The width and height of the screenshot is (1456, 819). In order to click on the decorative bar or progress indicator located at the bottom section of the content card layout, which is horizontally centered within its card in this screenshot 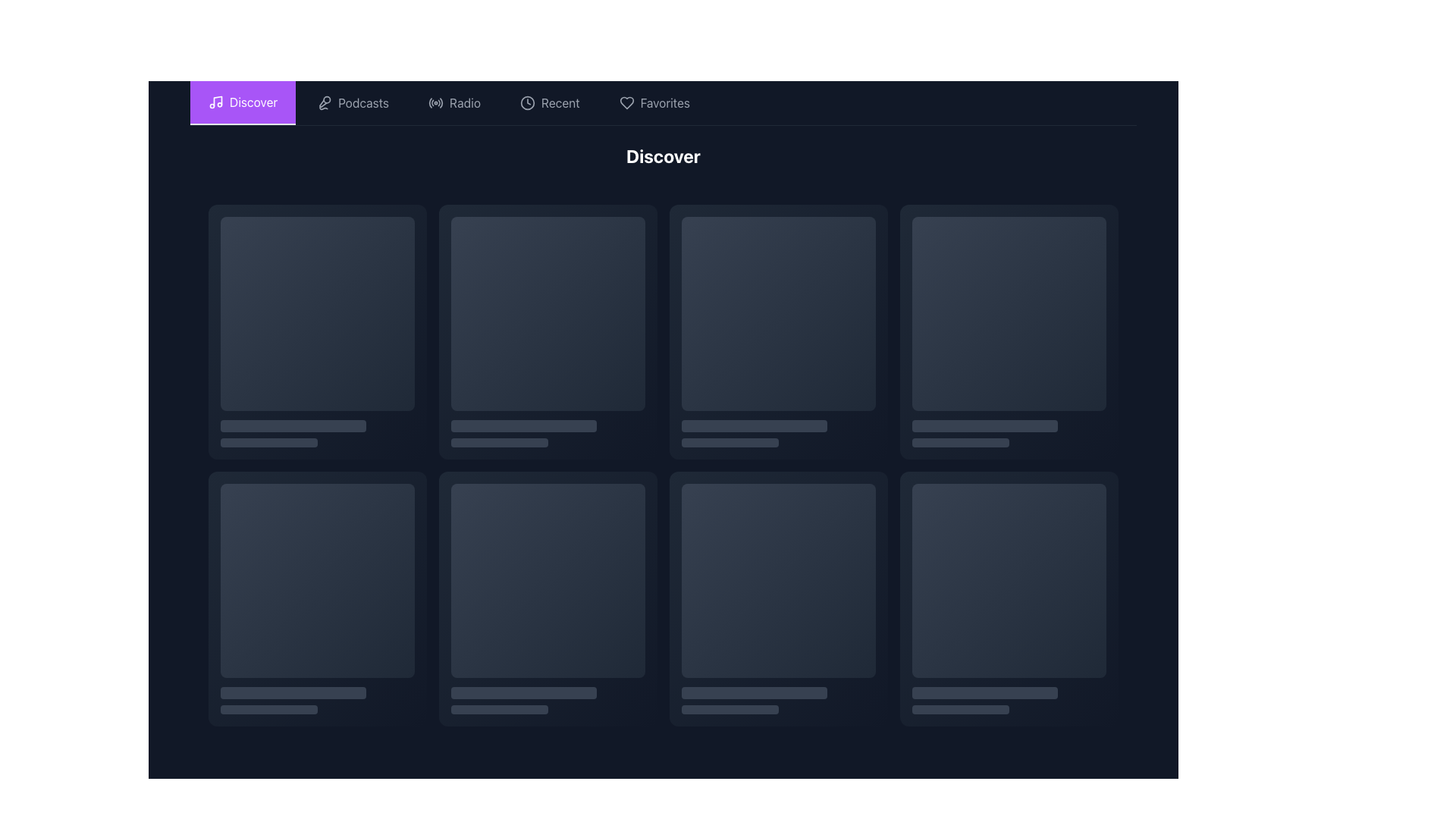, I will do `click(730, 710)`.